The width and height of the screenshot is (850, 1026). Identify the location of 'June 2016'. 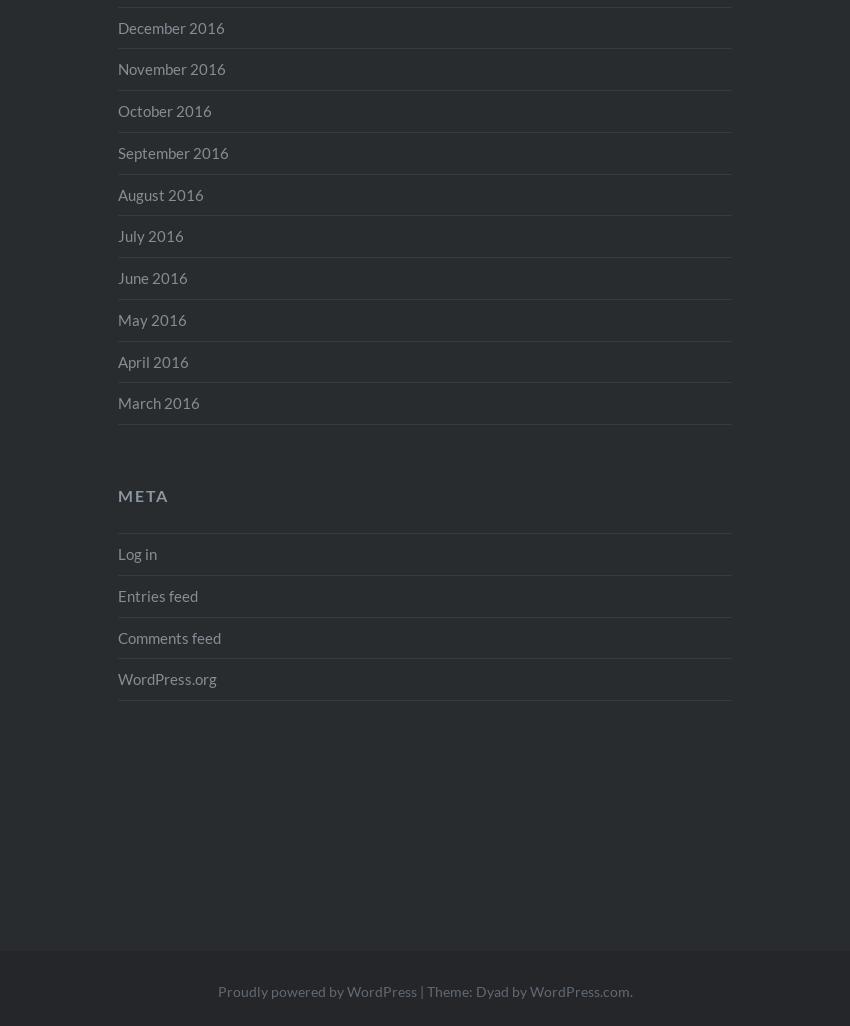
(153, 277).